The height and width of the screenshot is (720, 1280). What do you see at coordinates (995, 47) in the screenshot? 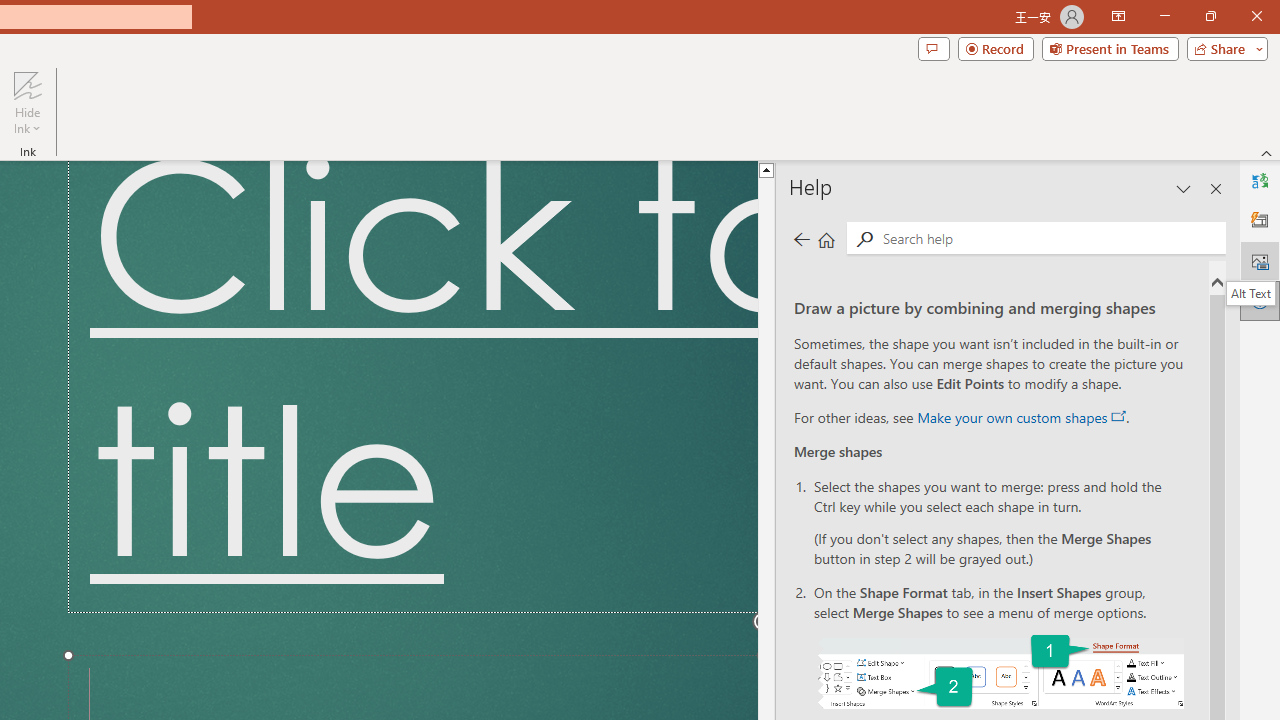
I see `'Record'` at bounding box center [995, 47].